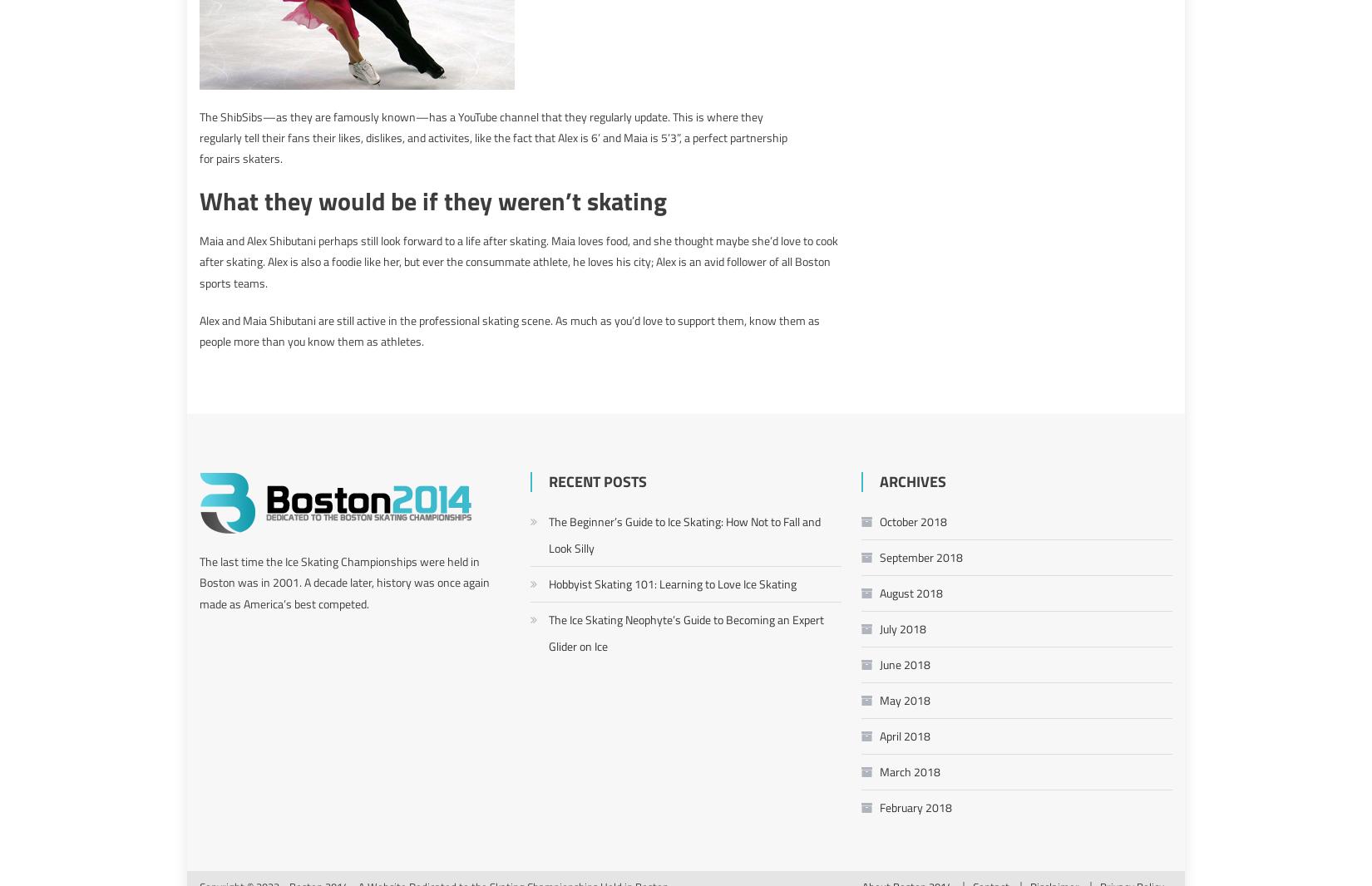 Image resolution: width=1372 pixels, height=886 pixels. I want to click on 'July 2018', so click(902, 627).